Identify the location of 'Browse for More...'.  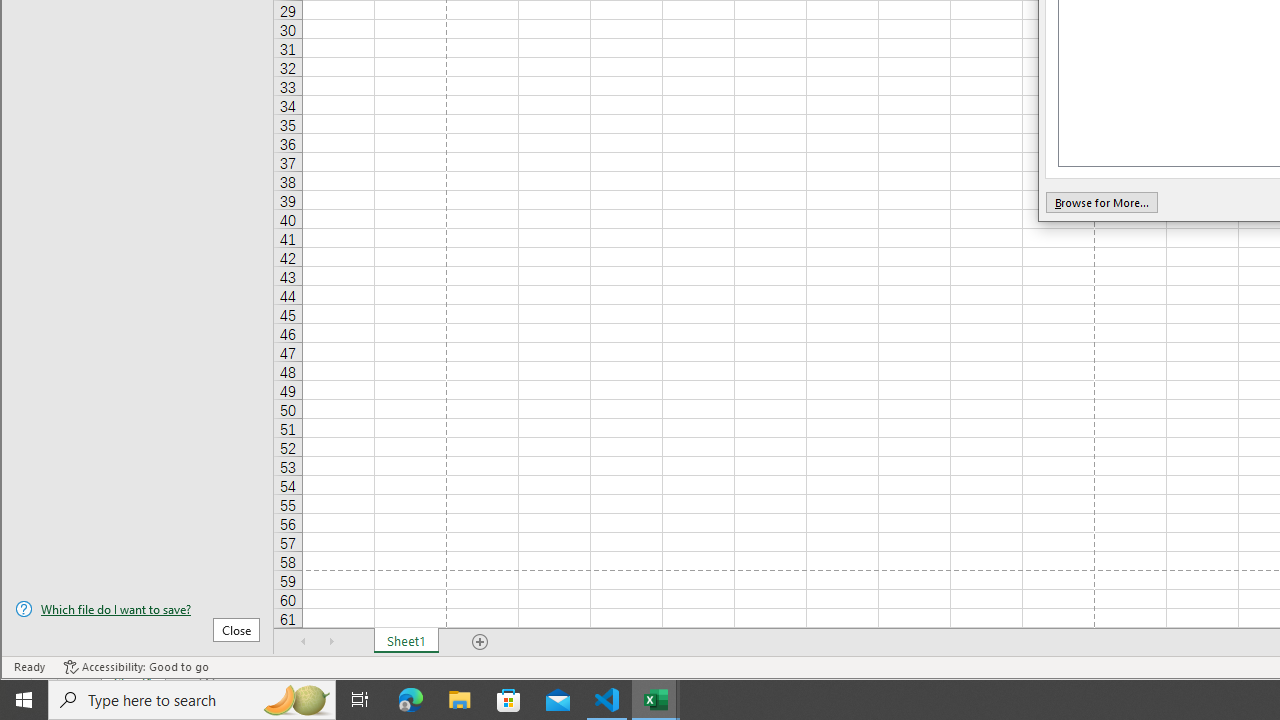
(1100, 202).